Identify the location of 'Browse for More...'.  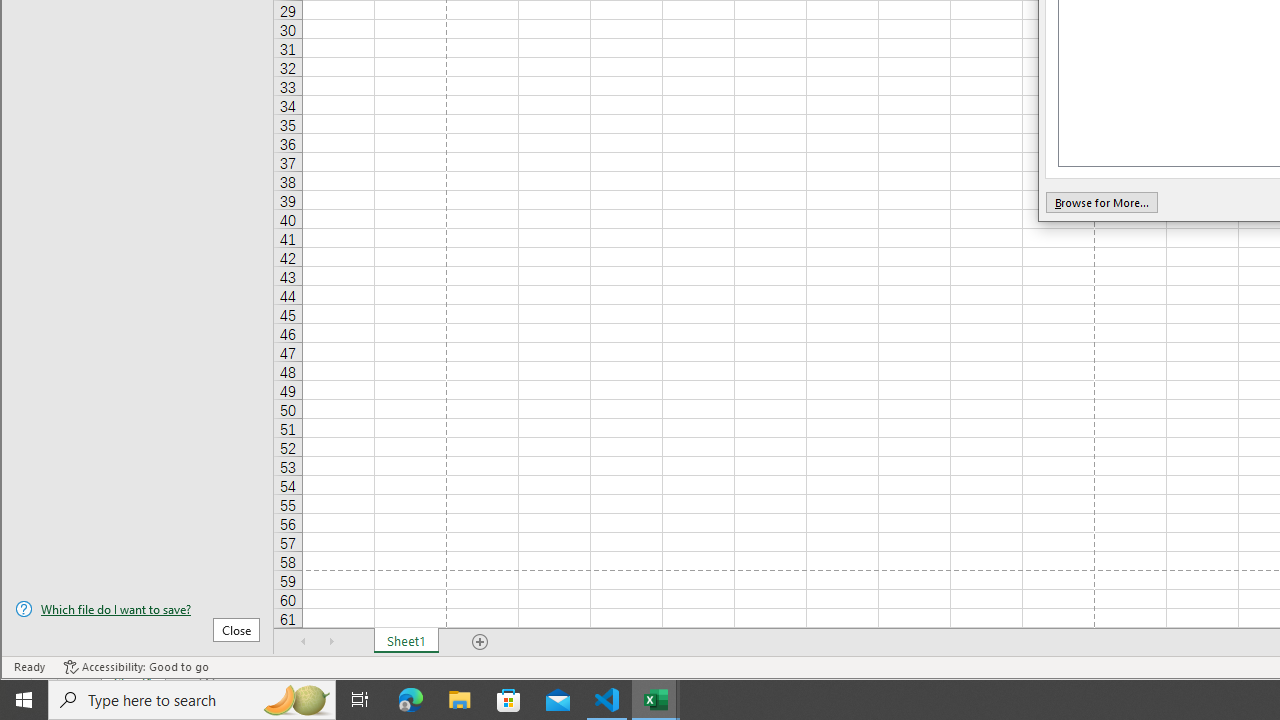
(1100, 202).